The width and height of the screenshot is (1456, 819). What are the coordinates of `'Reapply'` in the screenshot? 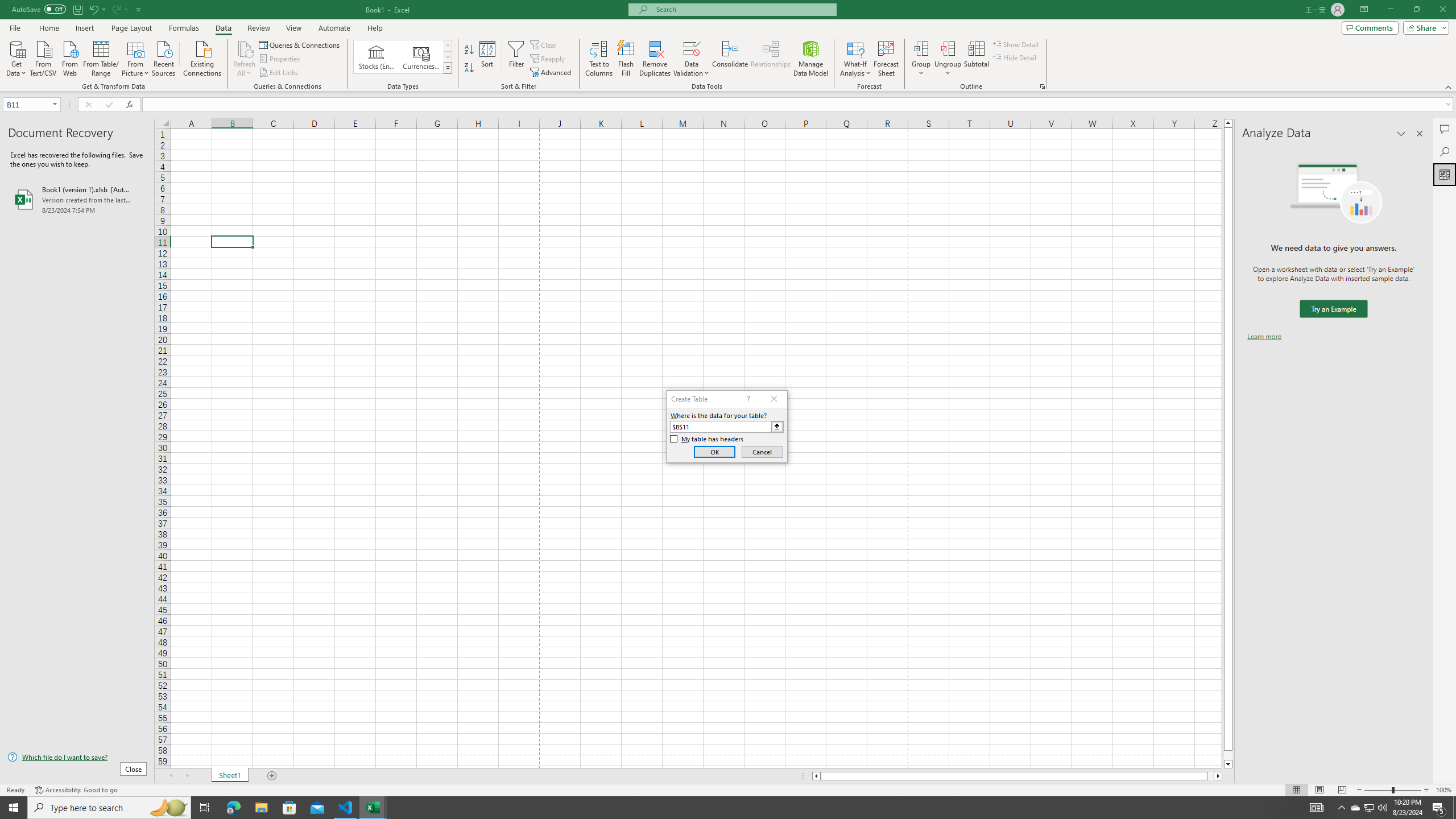 It's located at (549, 59).